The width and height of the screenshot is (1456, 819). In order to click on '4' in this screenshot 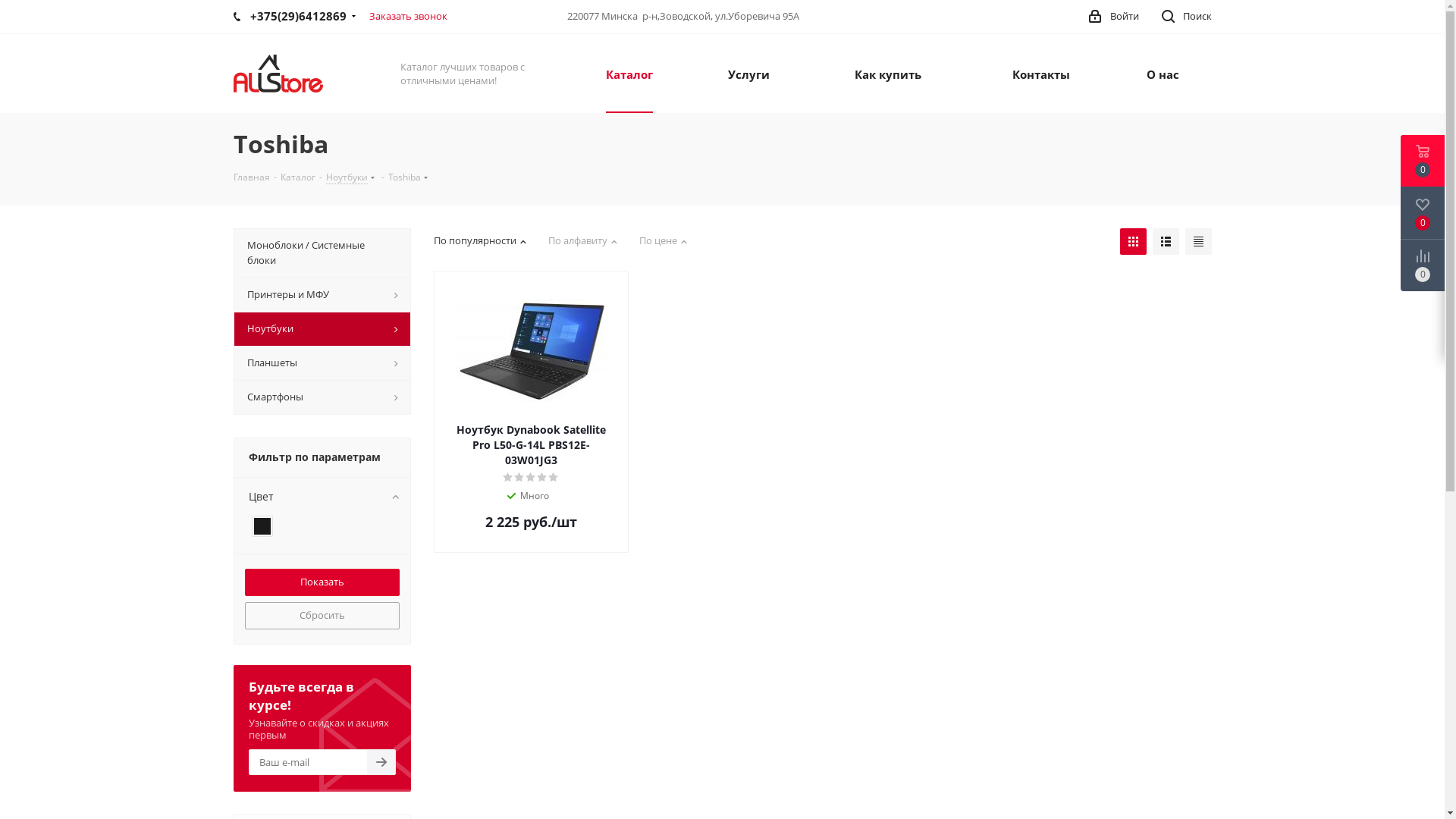, I will do `click(542, 476)`.